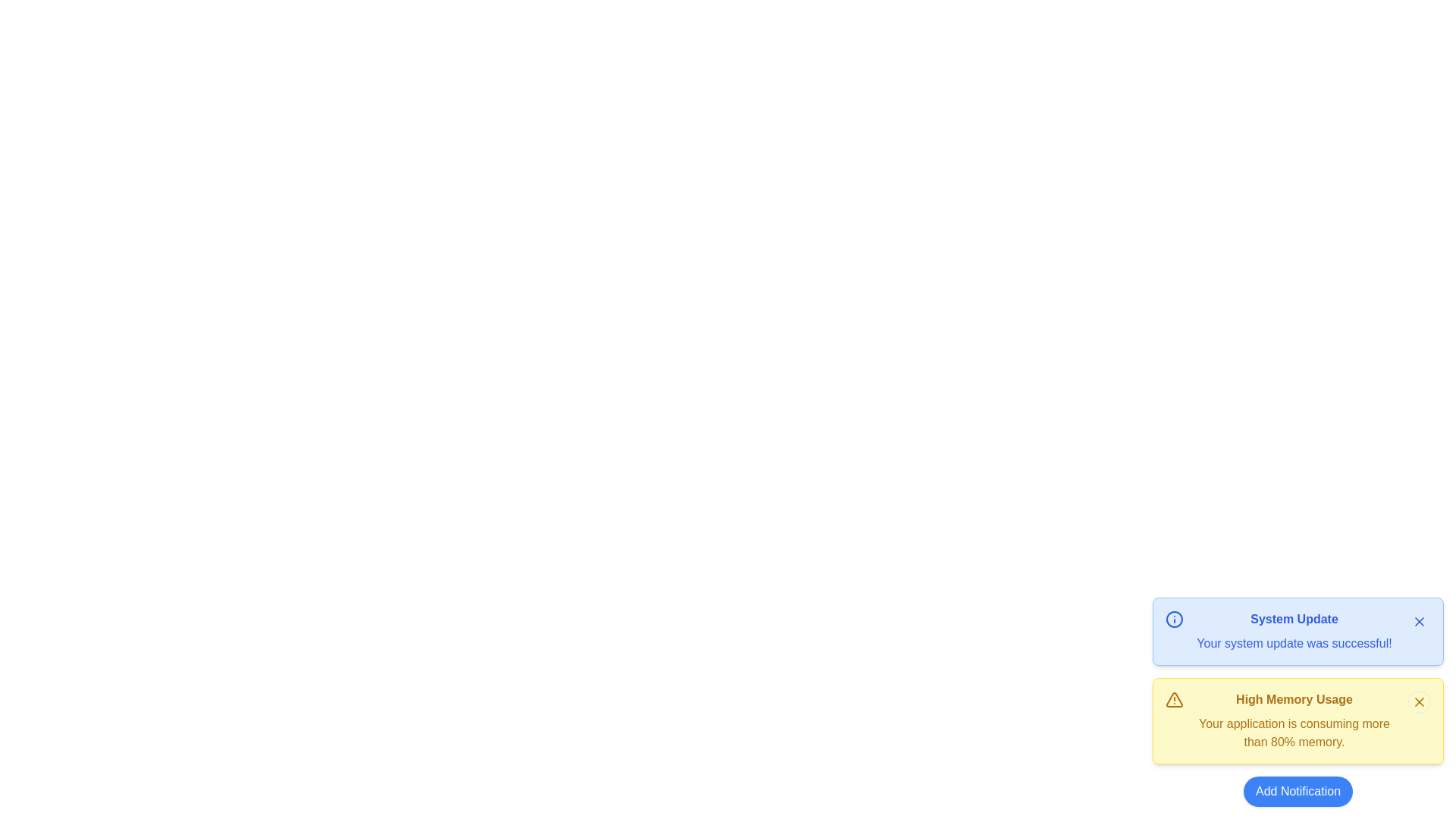 The image size is (1456, 819). What do you see at coordinates (1419, 622) in the screenshot?
I see `the close icon located in the top-right corner of the blue notification box labeled 'System Update'` at bounding box center [1419, 622].